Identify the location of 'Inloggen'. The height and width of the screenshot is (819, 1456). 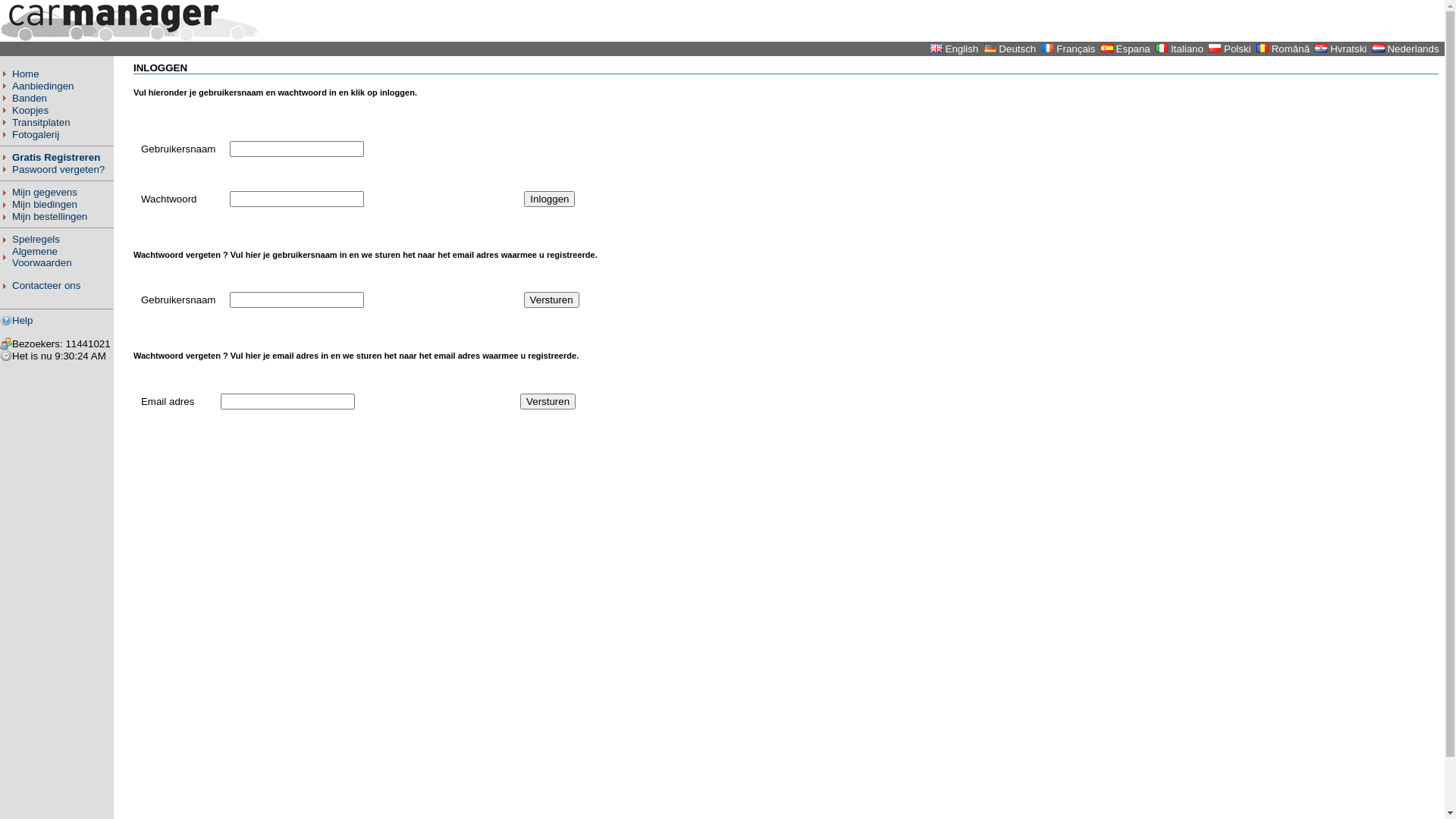
(524, 198).